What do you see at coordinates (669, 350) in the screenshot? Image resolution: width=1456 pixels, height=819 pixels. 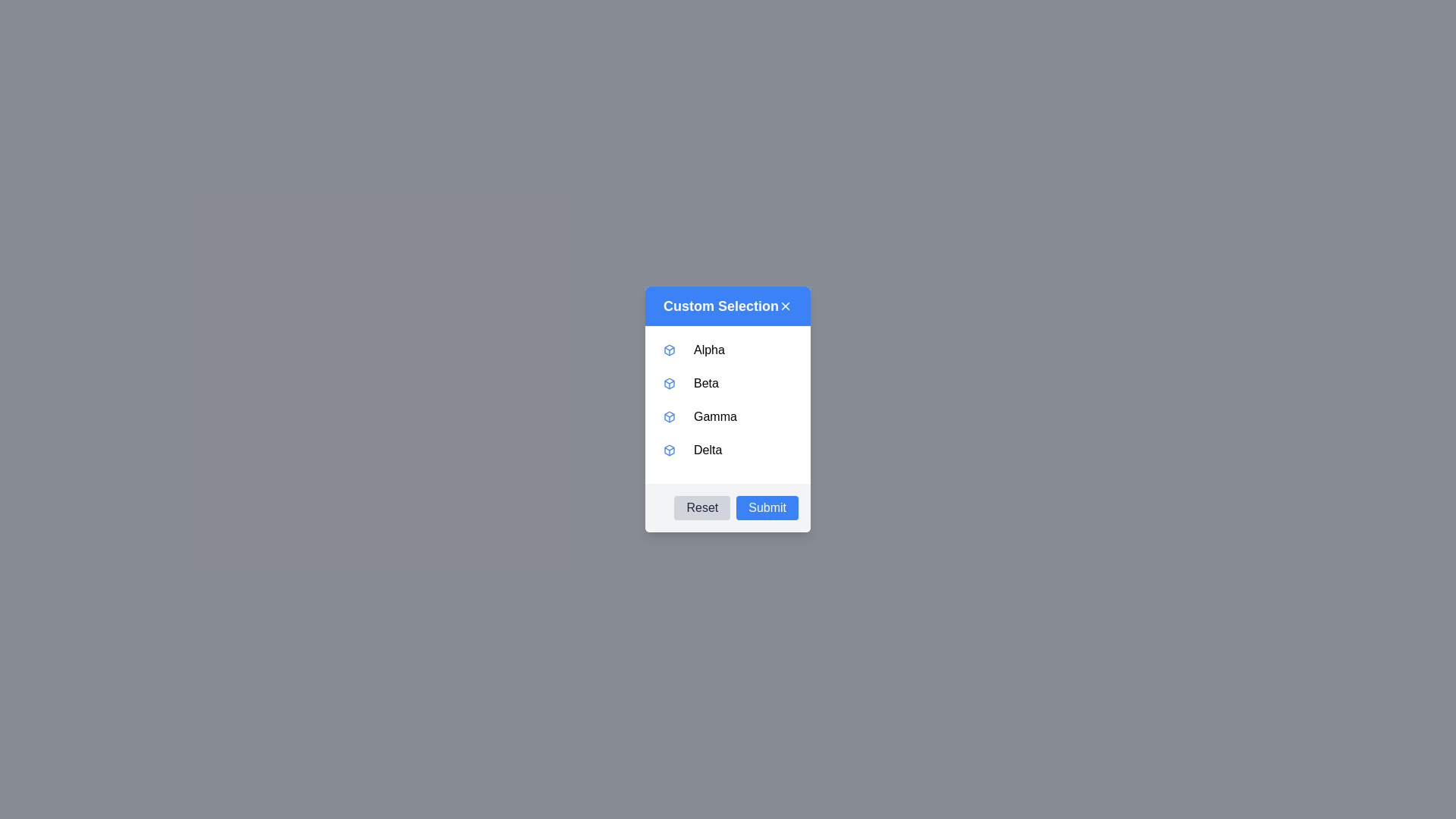 I see `the 'Alpha' item icon in the 'Custom Selection' dialog, positioned to the right of the text label 'Alpha'` at bounding box center [669, 350].